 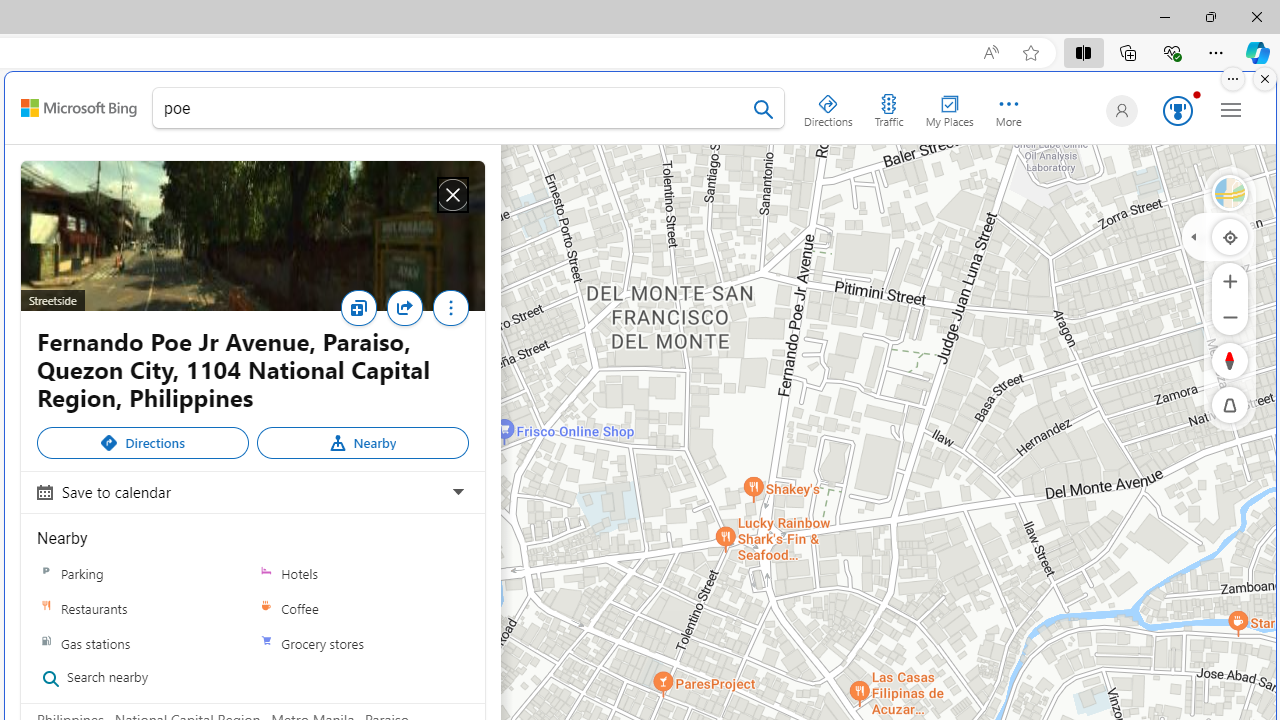 I want to click on 'Zoom In', so click(x=1229, y=280).